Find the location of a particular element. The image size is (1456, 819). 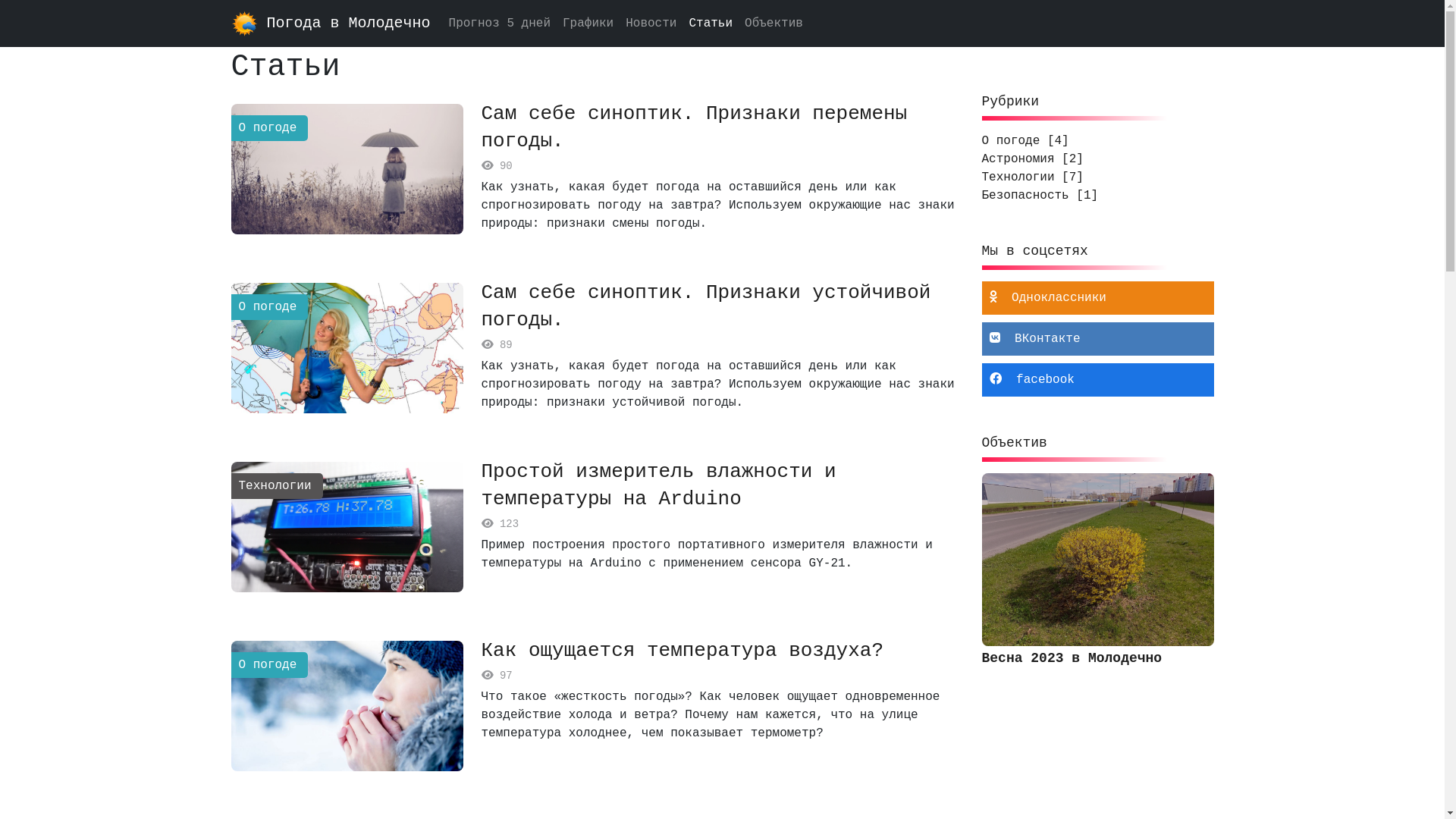

'facebook' is located at coordinates (1097, 379).